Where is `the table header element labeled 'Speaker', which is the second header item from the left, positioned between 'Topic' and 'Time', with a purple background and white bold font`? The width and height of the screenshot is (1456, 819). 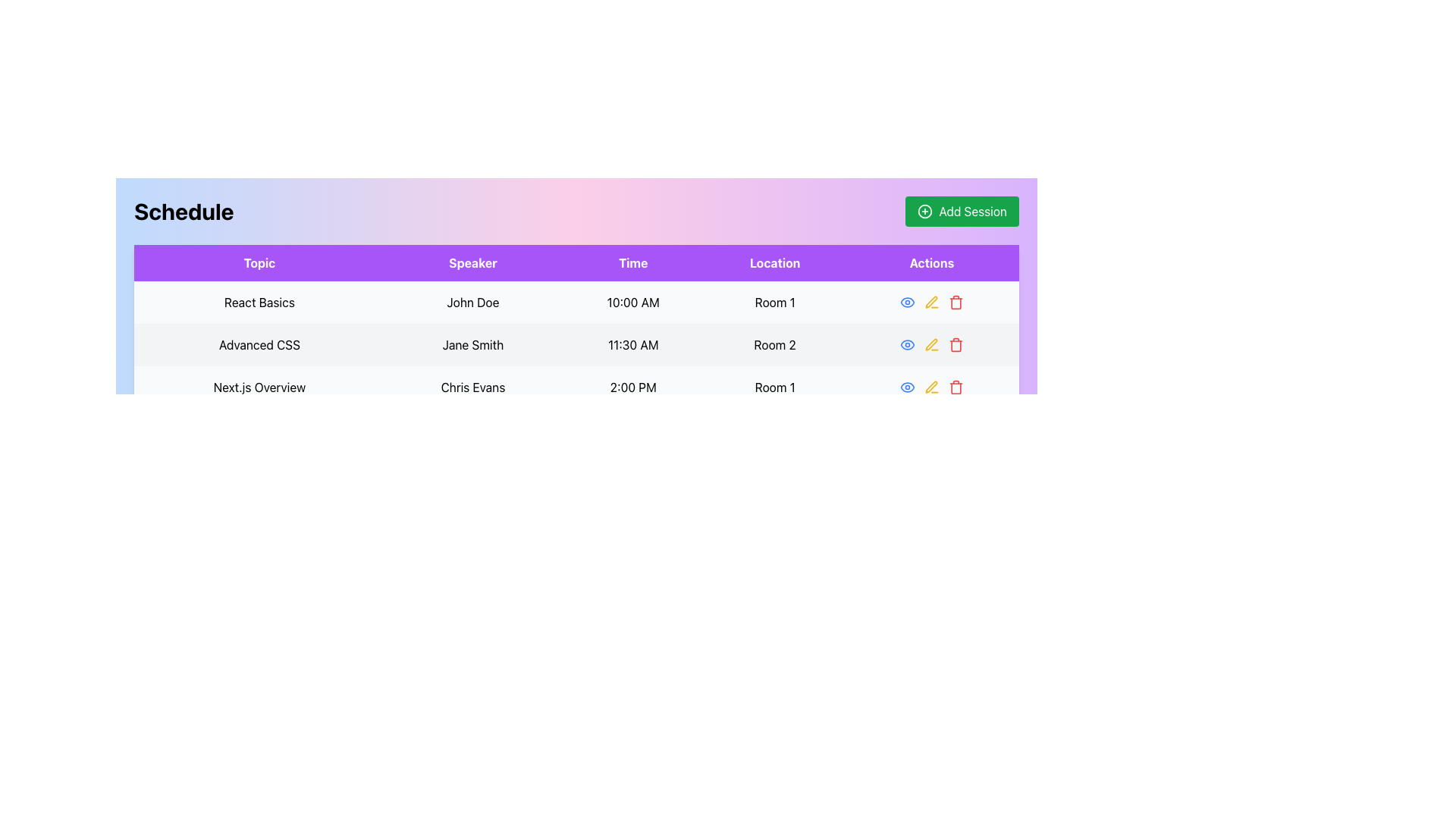
the table header element labeled 'Speaker', which is the second header item from the left, positioned between 'Topic' and 'Time', with a purple background and white bold font is located at coordinates (472, 262).